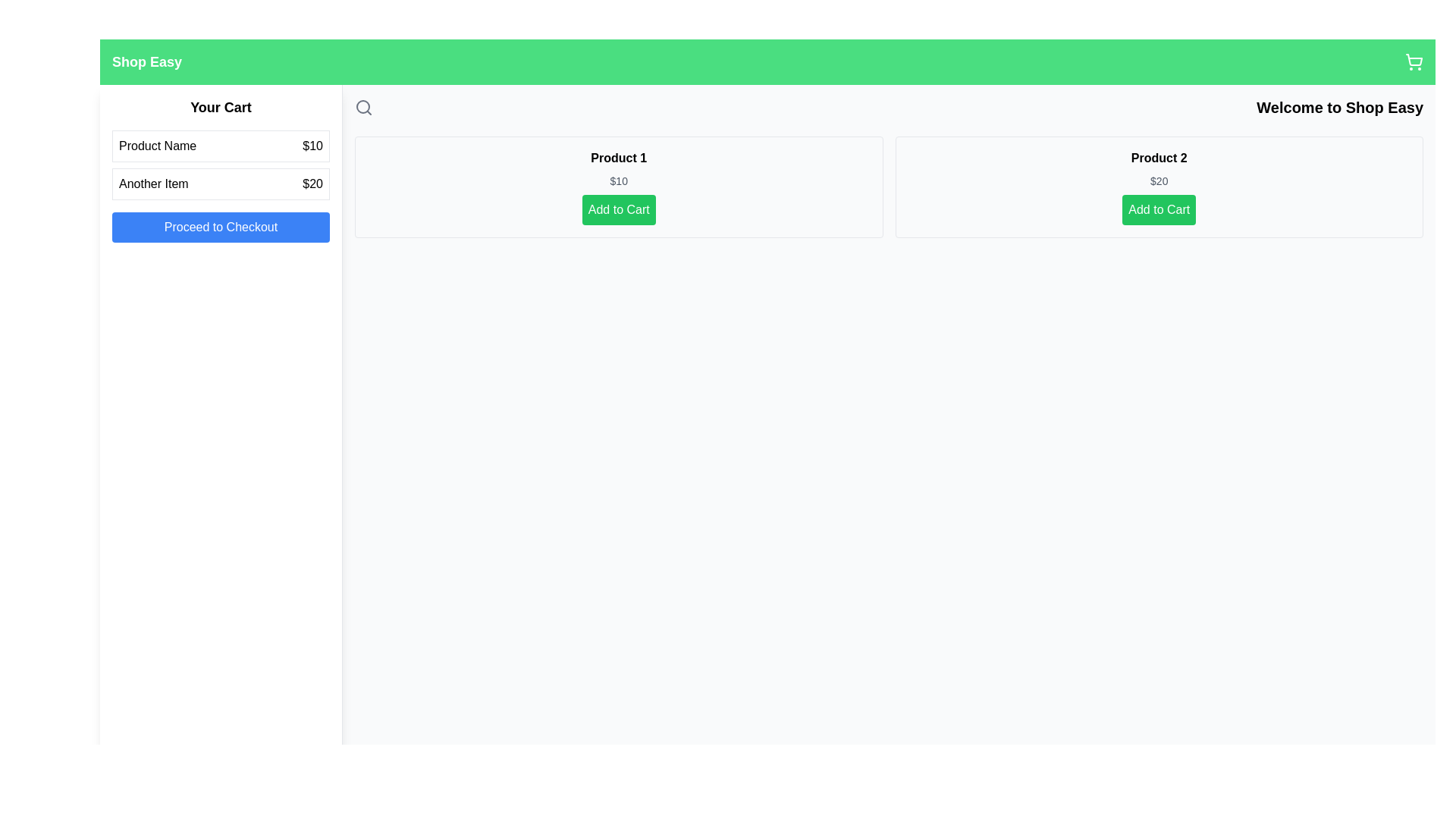  Describe the element at coordinates (158, 146) in the screenshot. I see `text label displaying 'Product Name' located in the left-side panel labeled 'Your Cart', positioned to the left of the '$10' price label` at that location.